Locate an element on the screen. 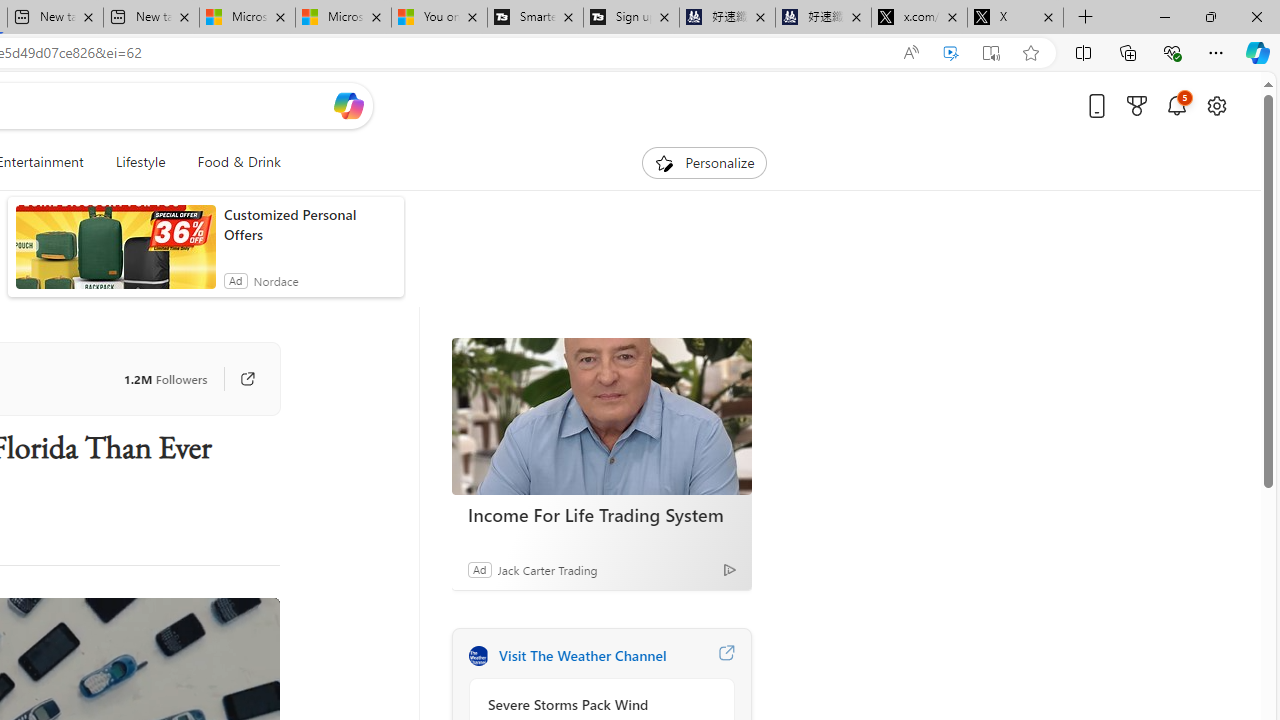 Image resolution: width=1280 pixels, height=720 pixels. 'The Weather Channel' is located at coordinates (477, 655).